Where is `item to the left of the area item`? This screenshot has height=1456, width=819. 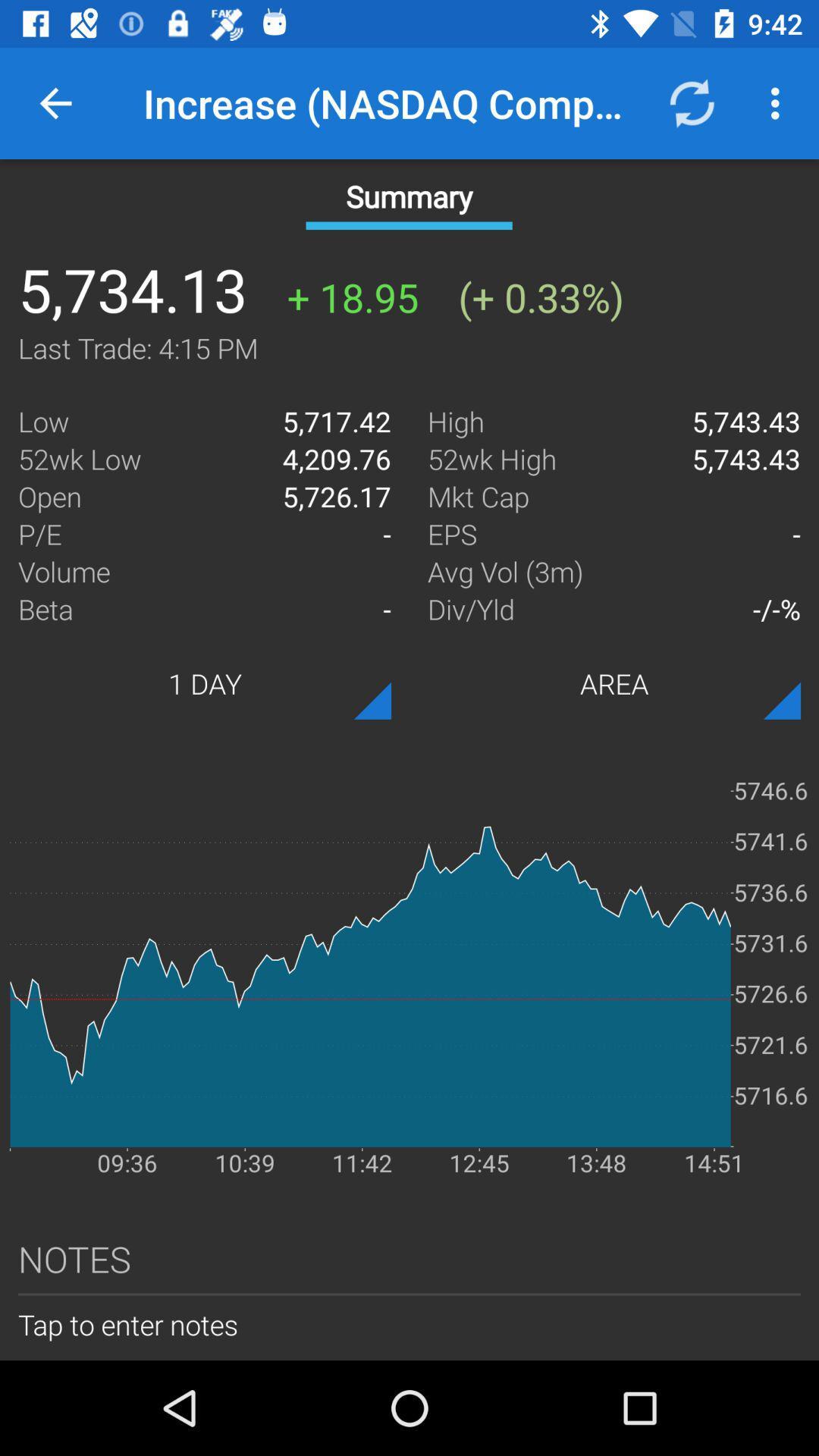 item to the left of the area item is located at coordinates (205, 682).